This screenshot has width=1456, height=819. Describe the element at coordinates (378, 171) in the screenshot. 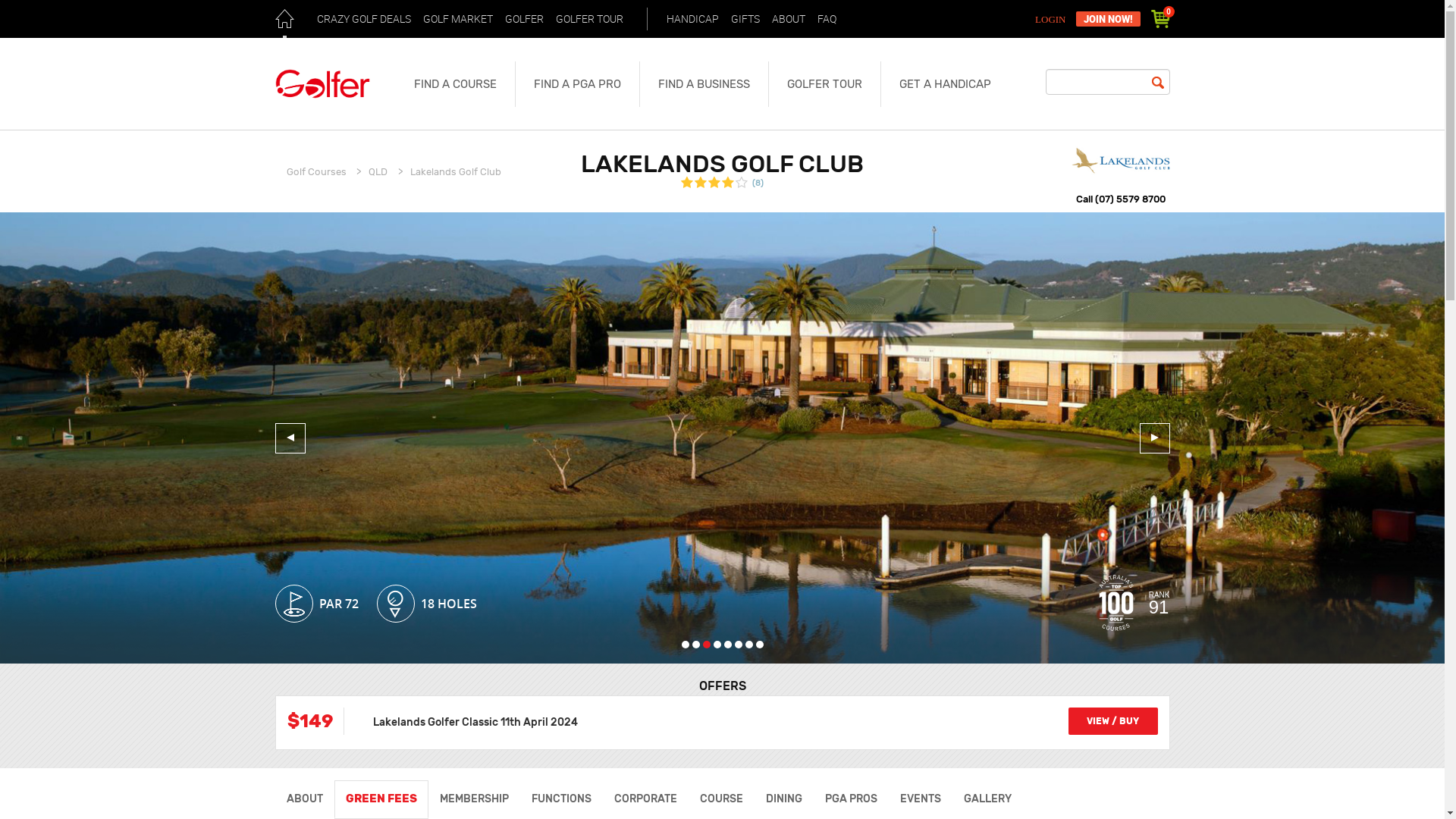

I see `'QLD'` at that location.